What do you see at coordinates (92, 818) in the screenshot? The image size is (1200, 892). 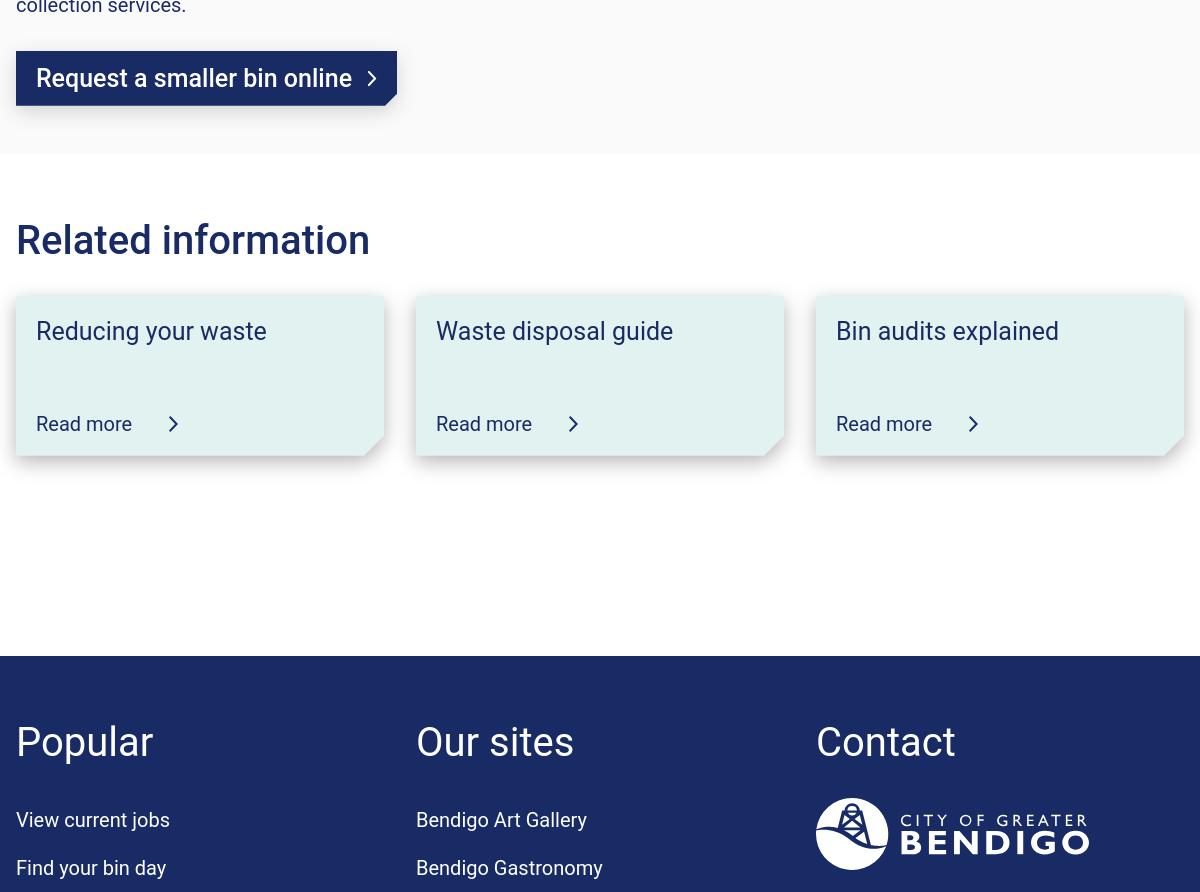 I see `'View current jobs'` at bounding box center [92, 818].